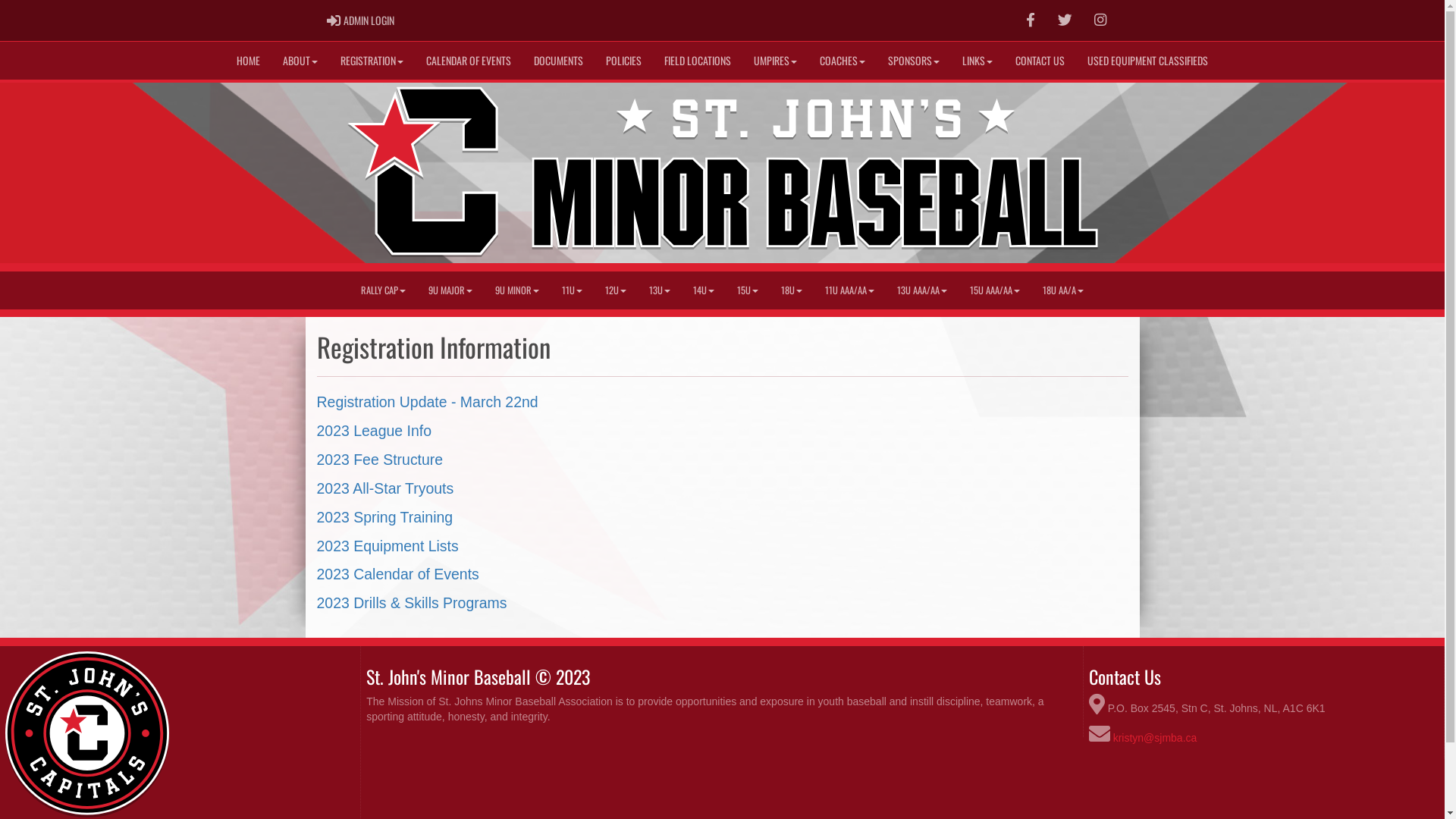 The width and height of the screenshot is (1456, 819). What do you see at coordinates (877, 60) in the screenshot?
I see `'SPONSORS'` at bounding box center [877, 60].